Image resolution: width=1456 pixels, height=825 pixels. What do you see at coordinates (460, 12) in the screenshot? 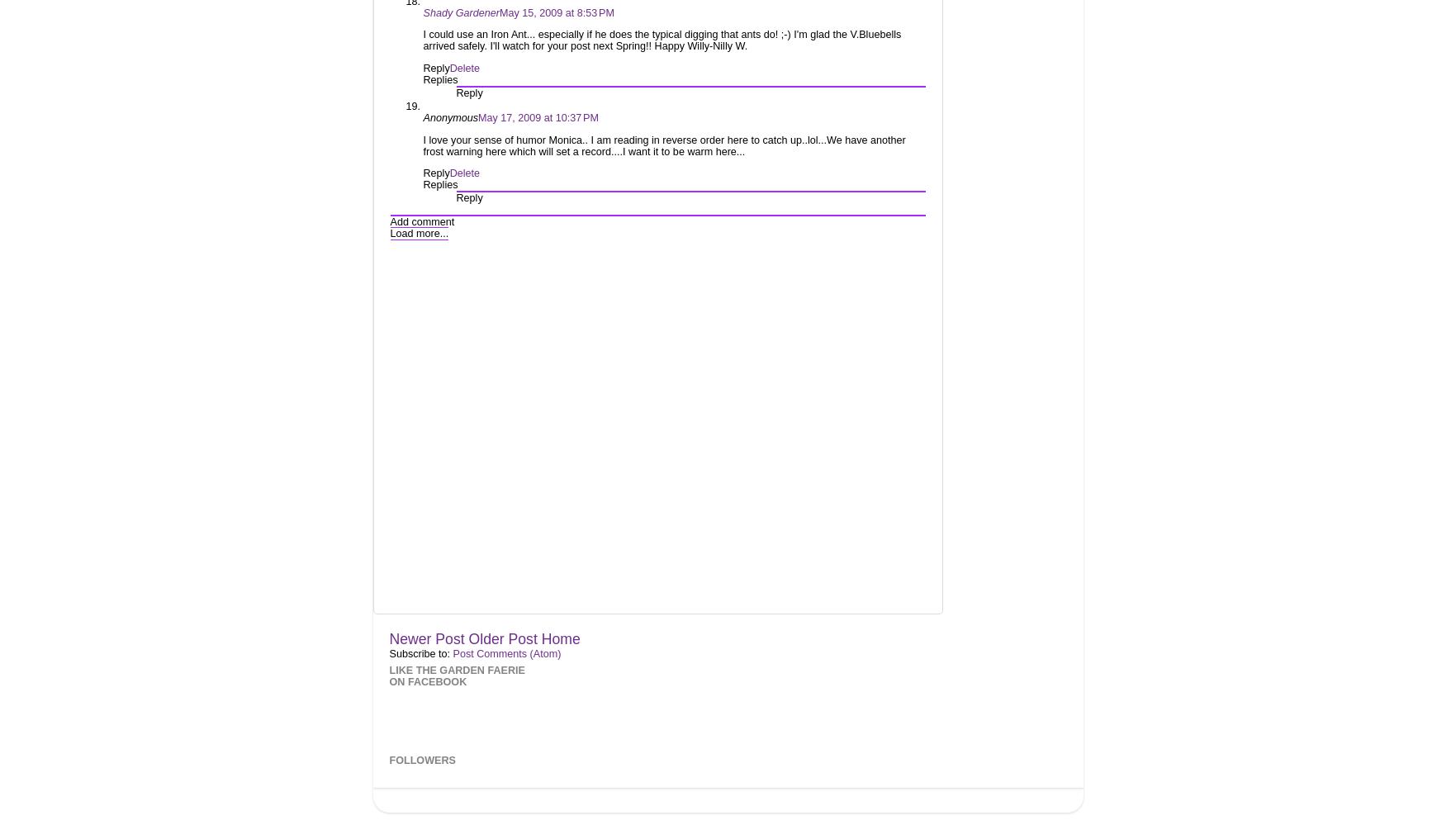
I see `'Shady Gardener'` at bounding box center [460, 12].